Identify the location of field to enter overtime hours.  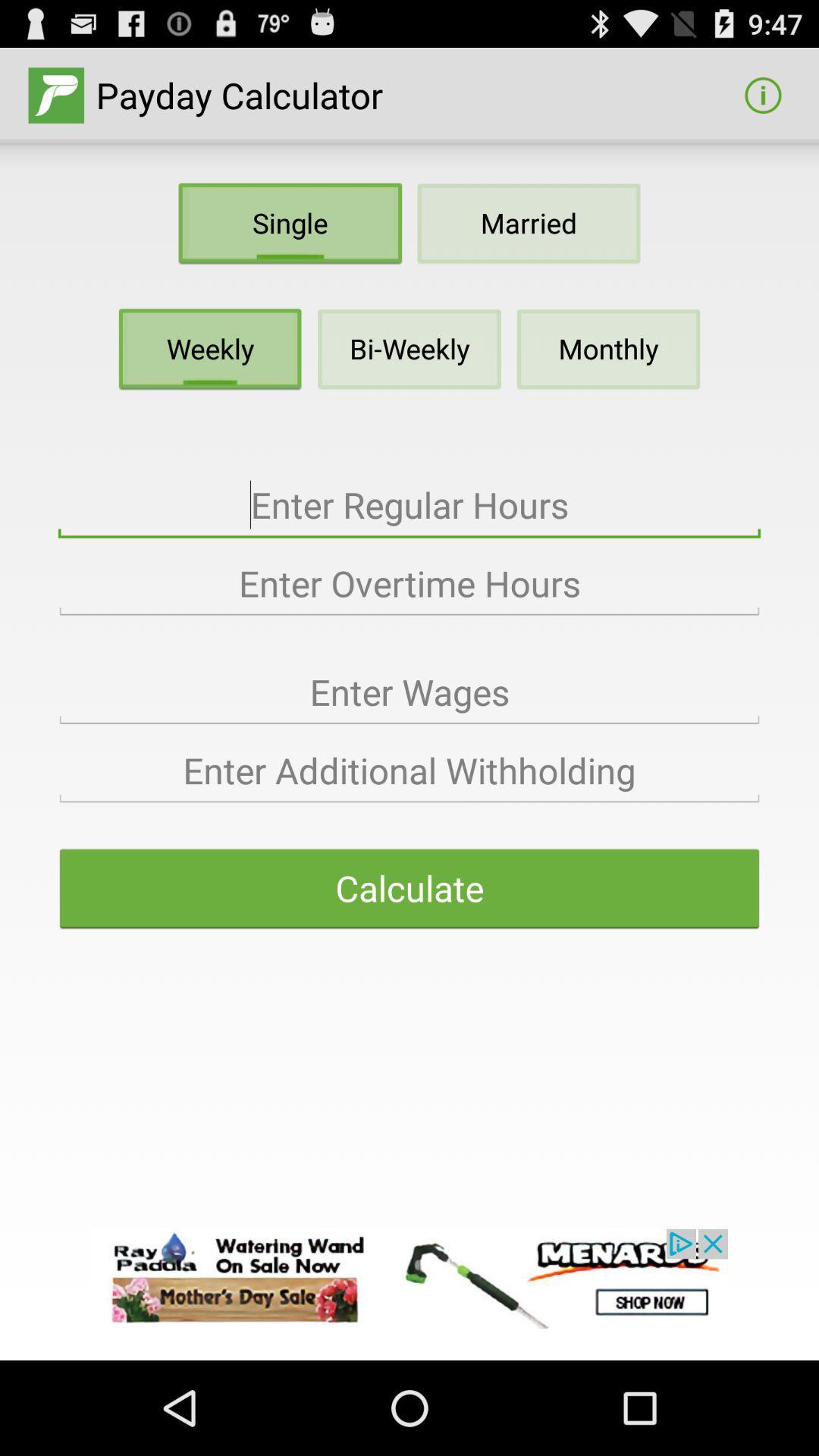
(409, 583).